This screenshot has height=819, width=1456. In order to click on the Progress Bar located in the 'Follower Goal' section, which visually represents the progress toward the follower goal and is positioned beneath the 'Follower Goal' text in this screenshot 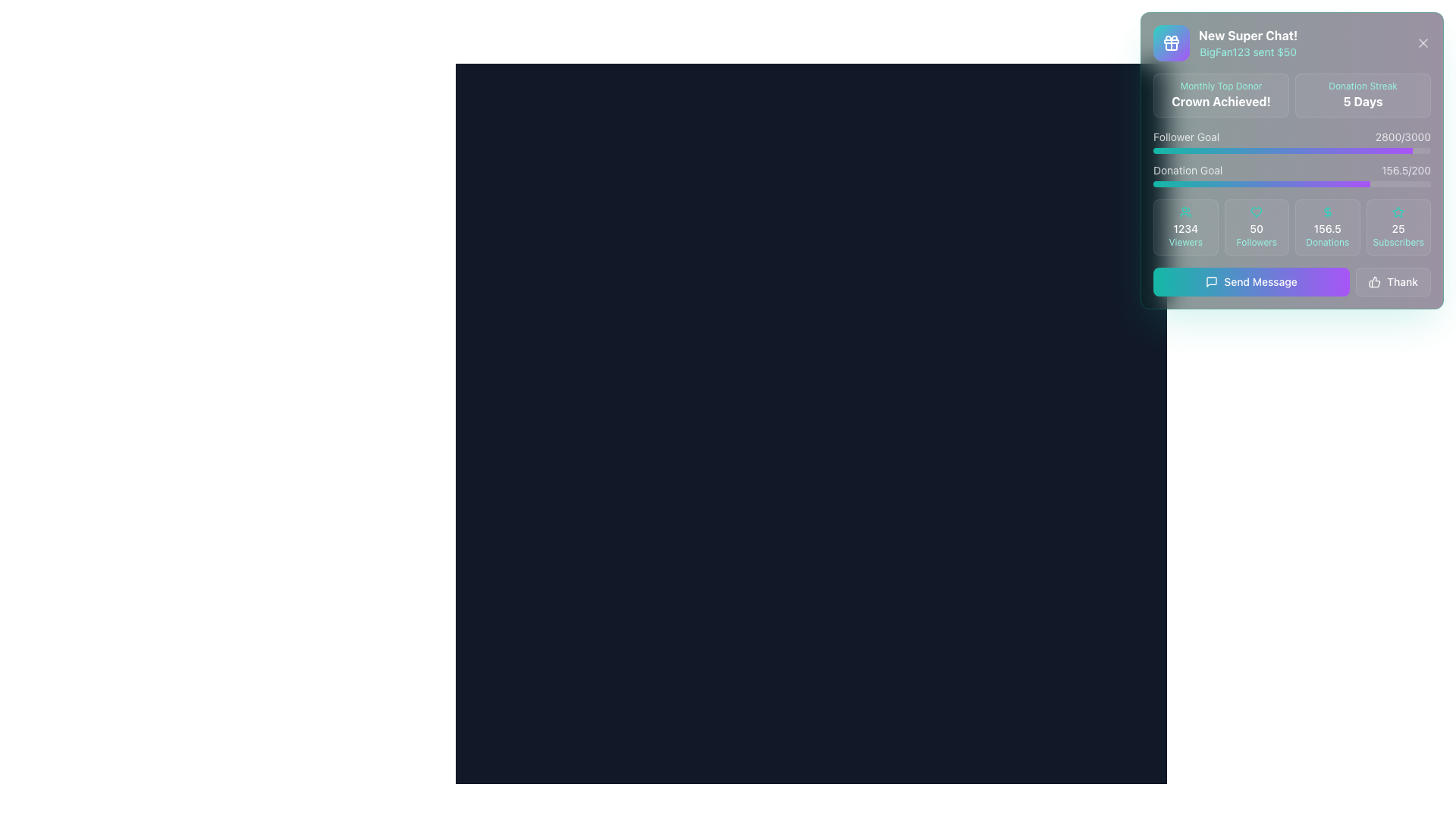, I will do `click(1282, 151)`.